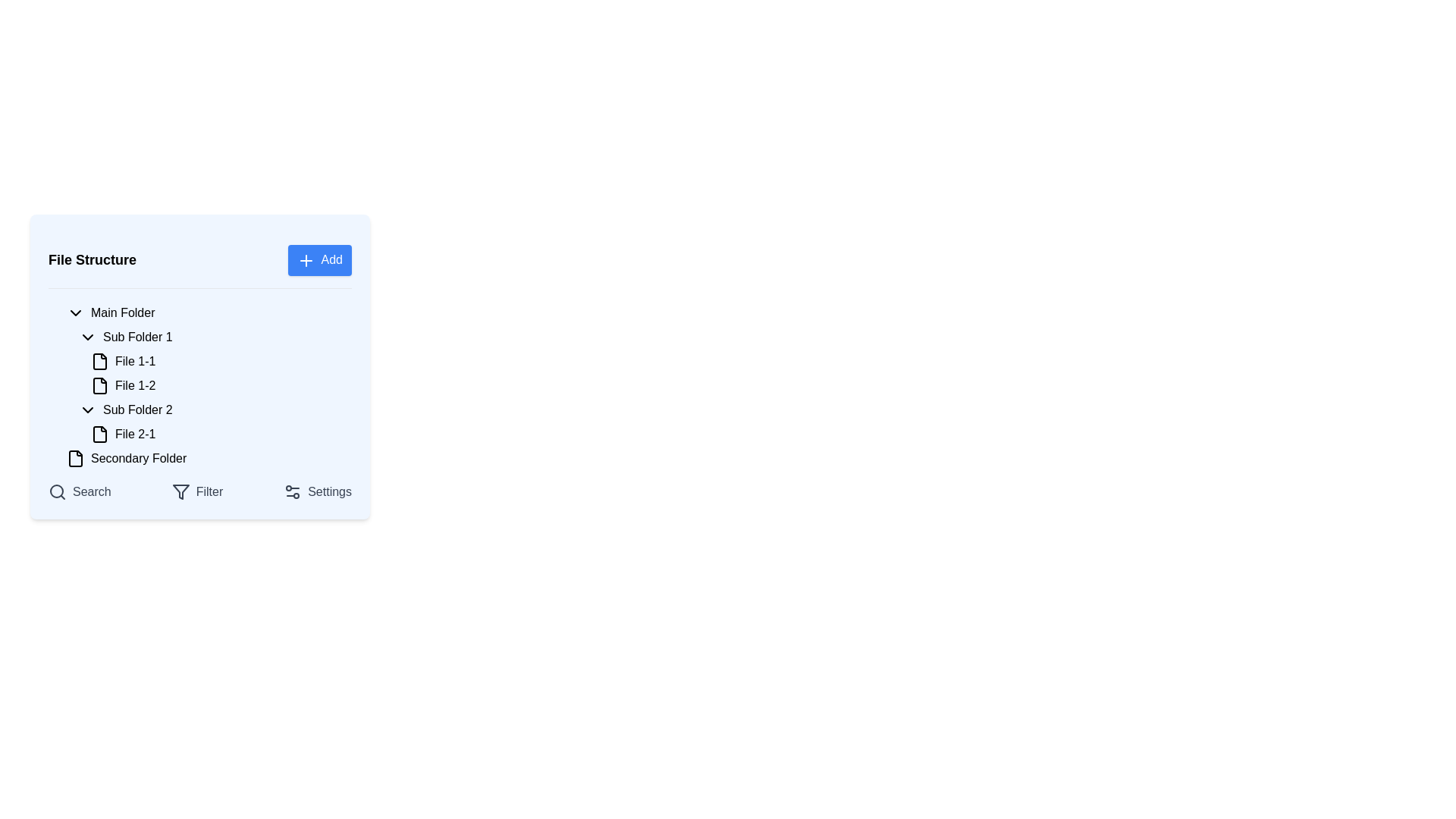 The height and width of the screenshot is (819, 1456). I want to click on the text label reading 'Sub Folder 2', so click(137, 409).